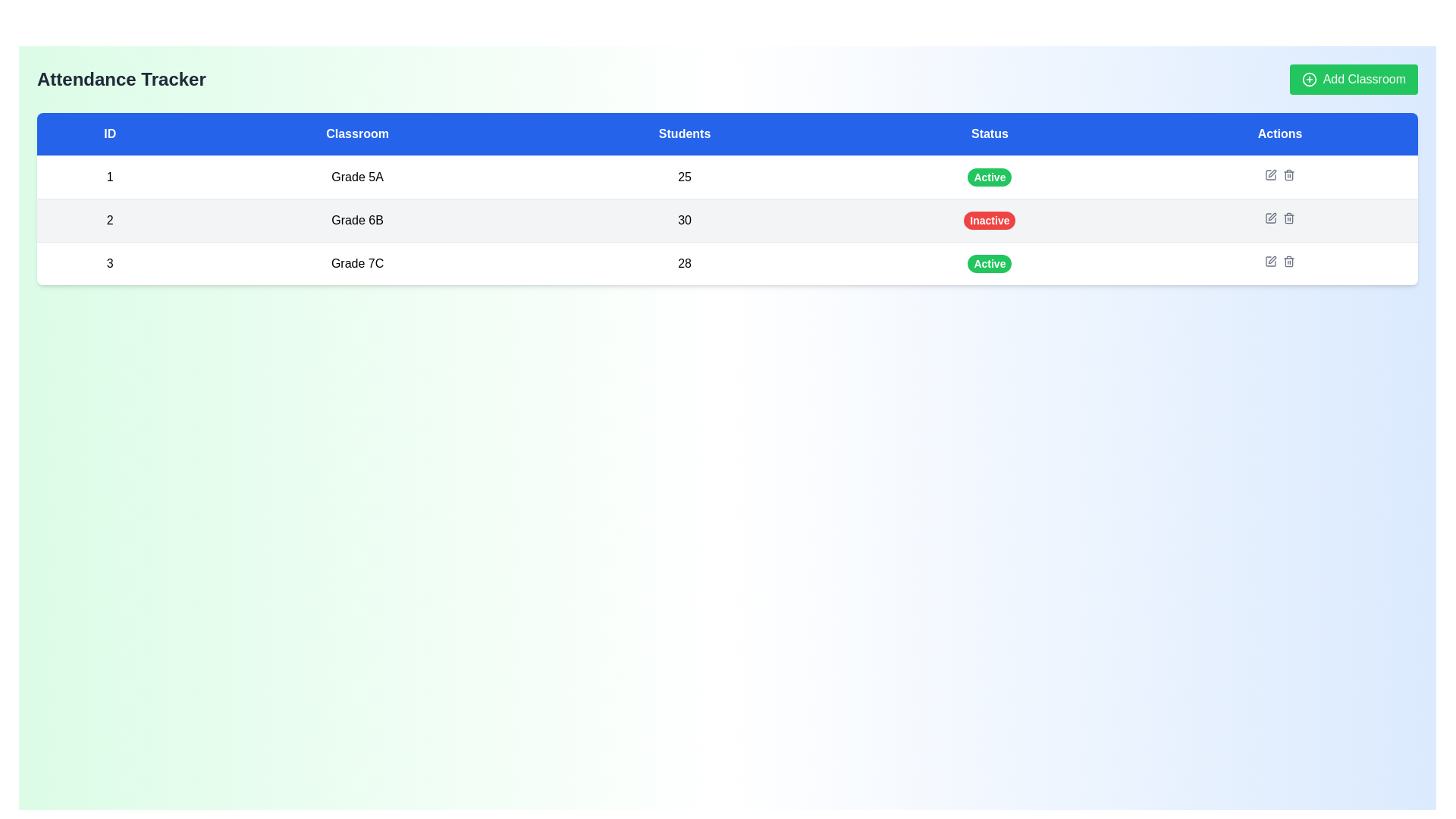 The image size is (1456, 819). What do you see at coordinates (109, 177) in the screenshot?
I see `the Text element located in the first row and first column of the table under the 'ID' header, which serves as an identifier for the row` at bounding box center [109, 177].